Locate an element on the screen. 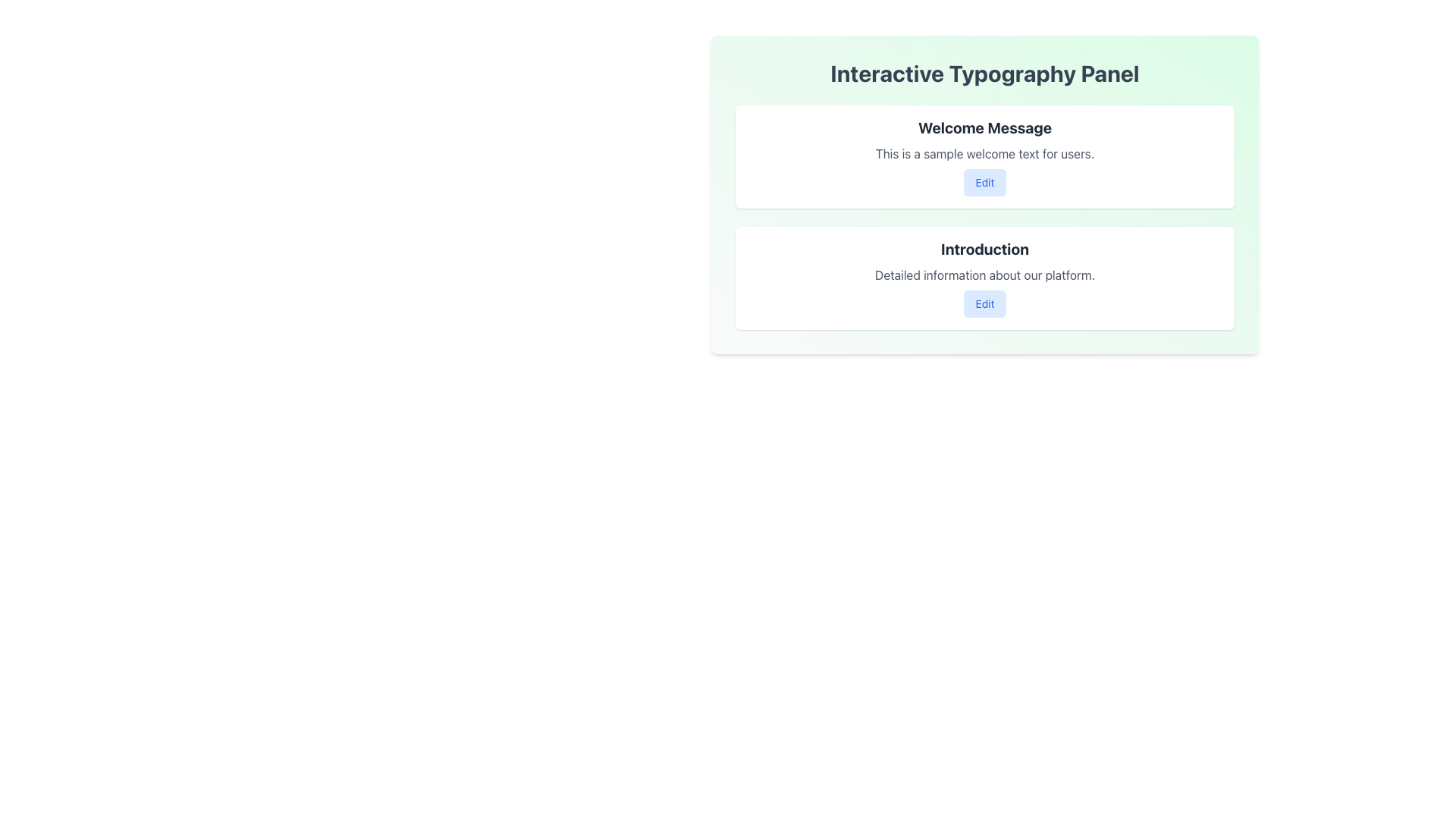 This screenshot has height=819, width=1456. the text label displayed in gray below the 'Welcome Message' heading, which is located on a light green background is located at coordinates (985, 154).